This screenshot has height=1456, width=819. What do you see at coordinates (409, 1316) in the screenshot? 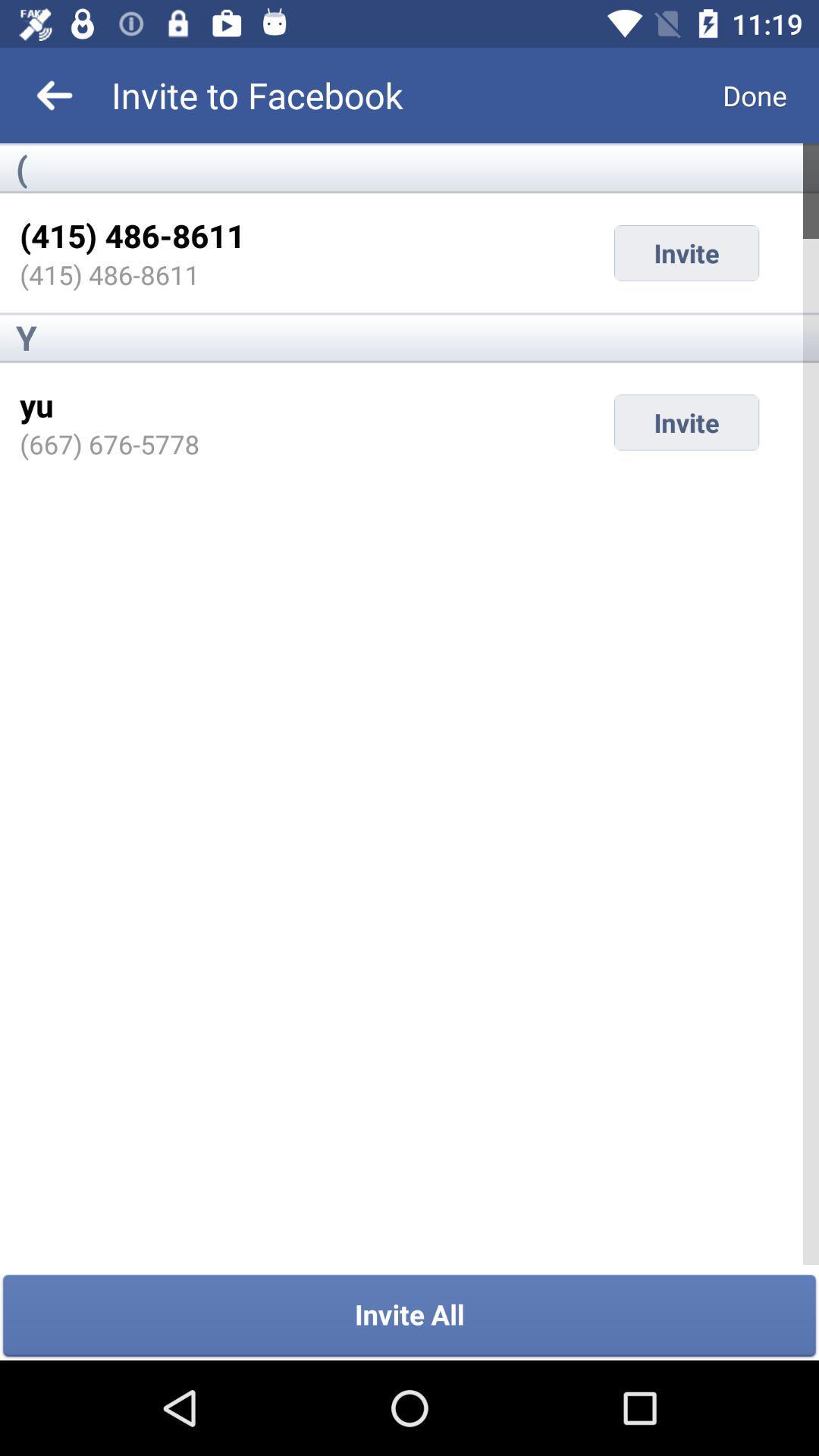
I see `invite all icon` at bounding box center [409, 1316].